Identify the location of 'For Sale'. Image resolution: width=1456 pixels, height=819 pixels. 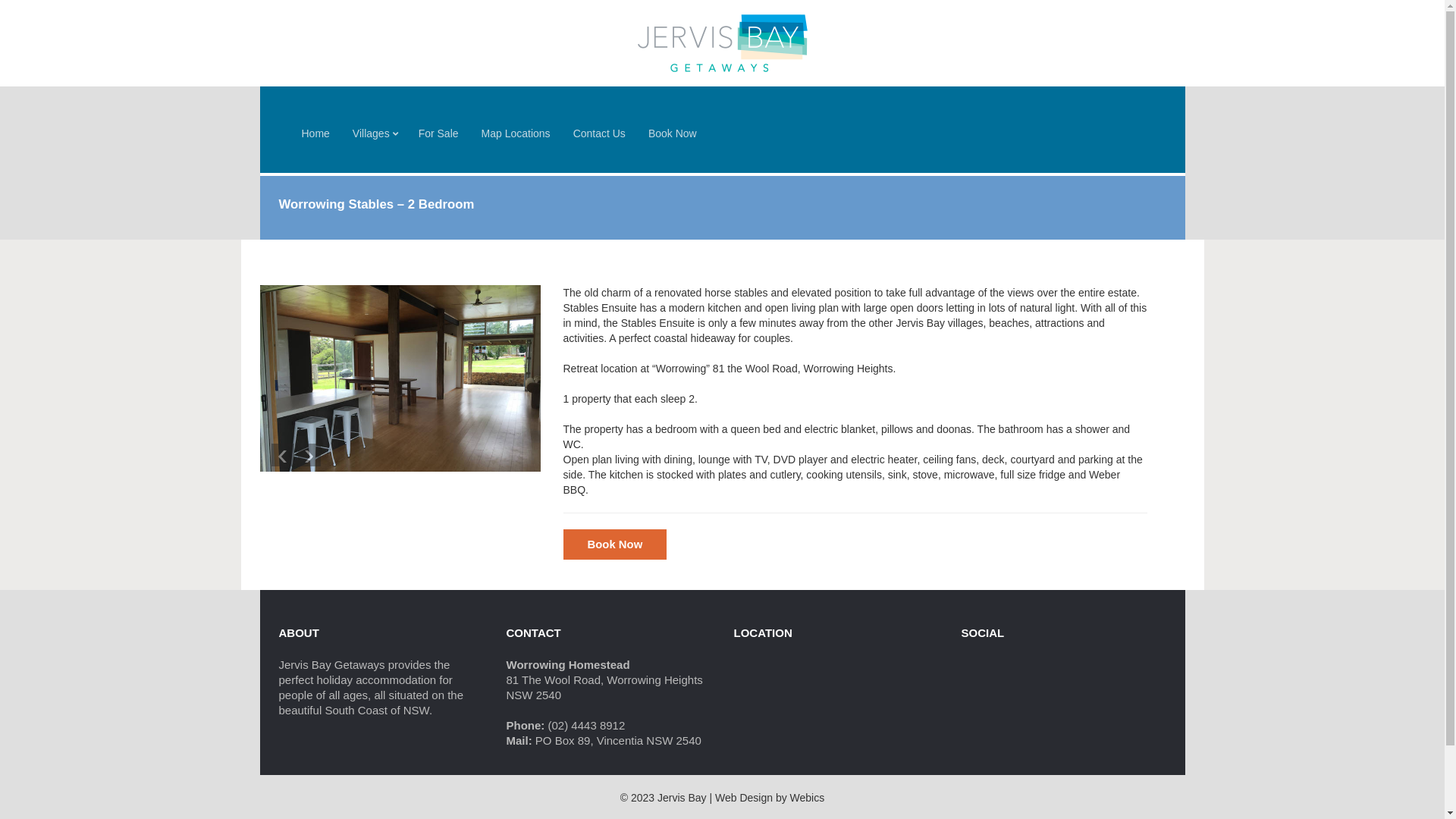
(438, 133).